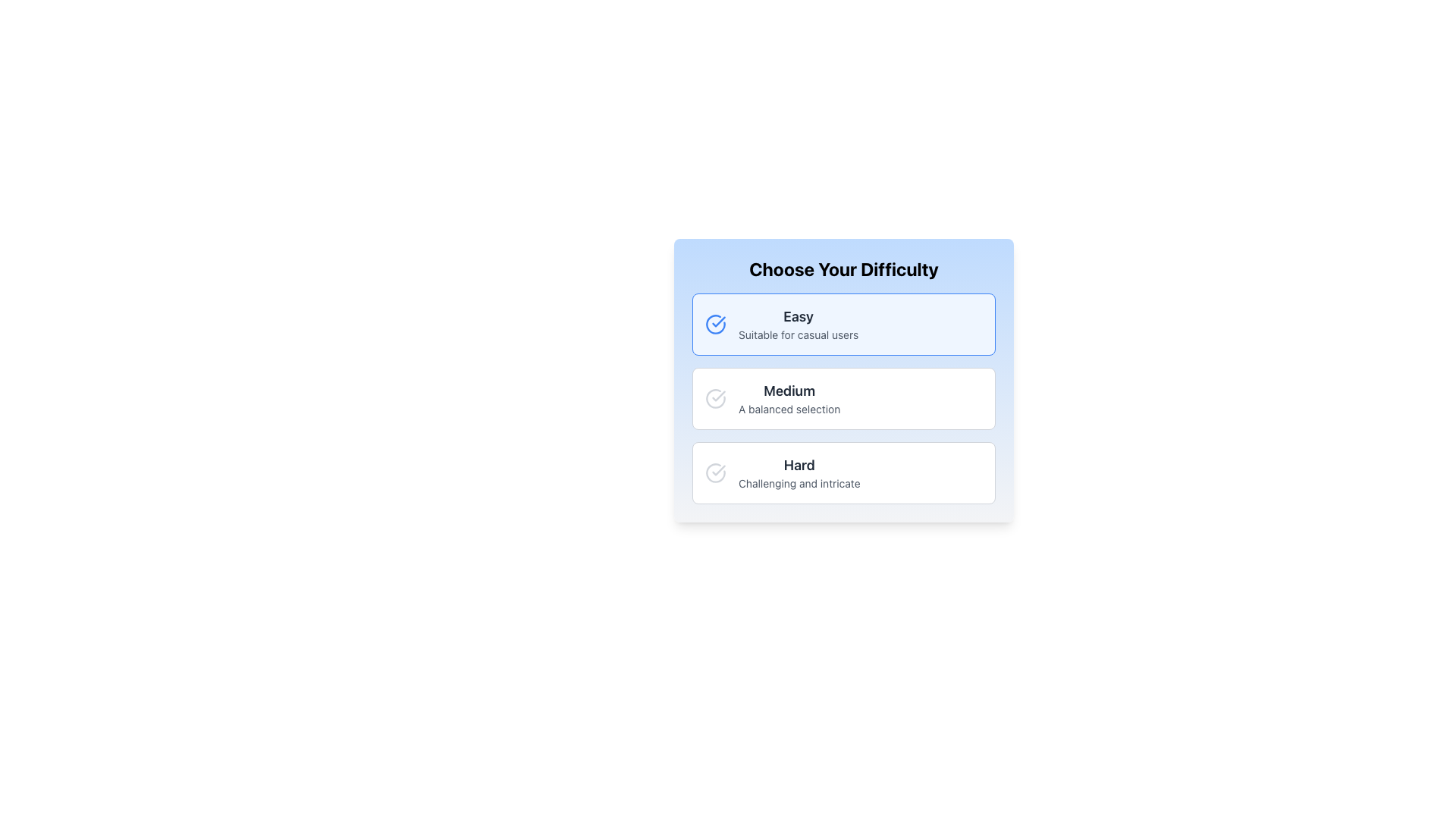 Image resolution: width=1456 pixels, height=819 pixels. What do you see at coordinates (718, 321) in the screenshot?
I see `the blue checkmark icon in the 'Choose Your Difficulty' interface, located next to the text 'Easy'` at bounding box center [718, 321].